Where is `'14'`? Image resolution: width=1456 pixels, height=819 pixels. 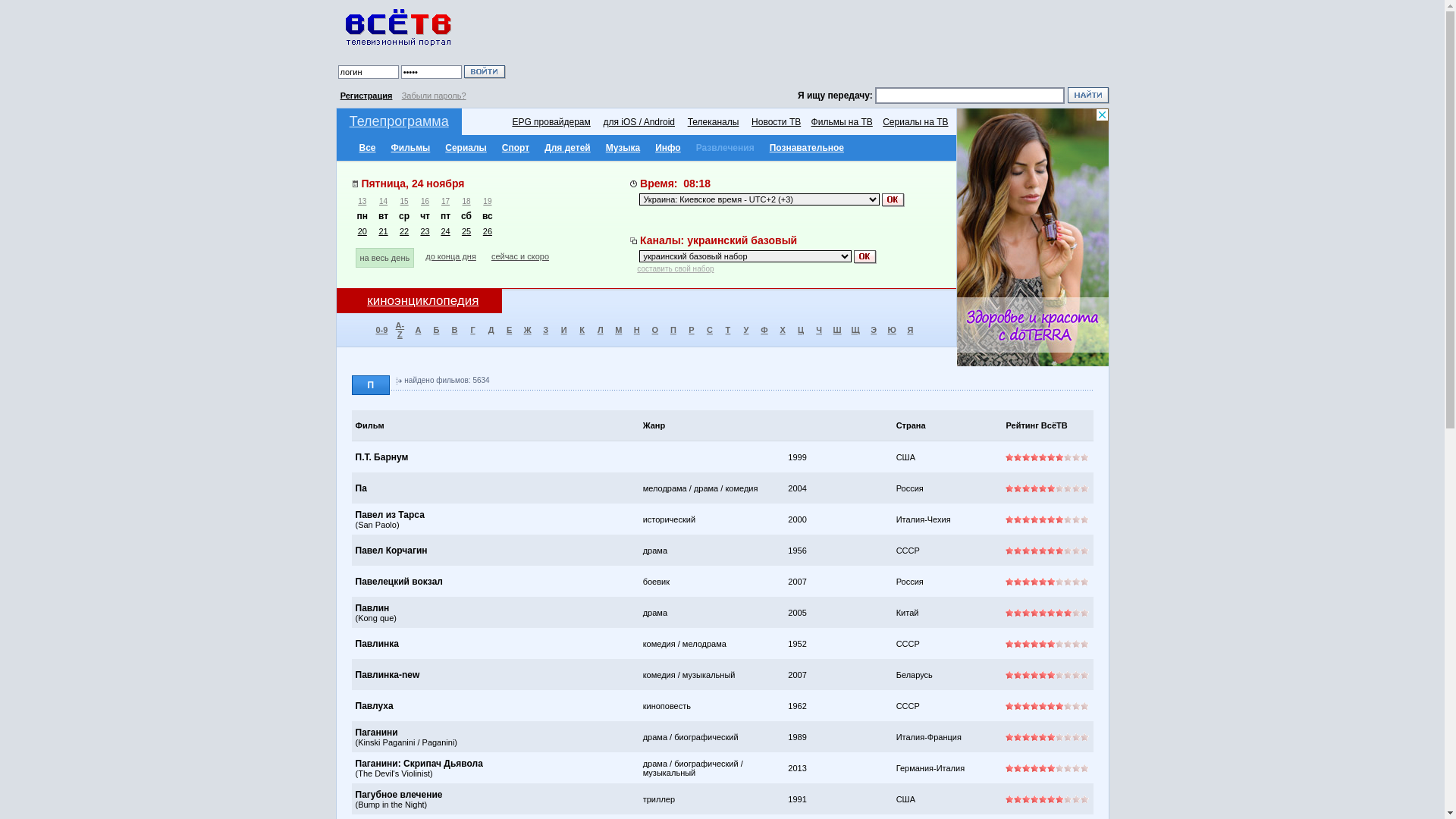
'14' is located at coordinates (383, 200).